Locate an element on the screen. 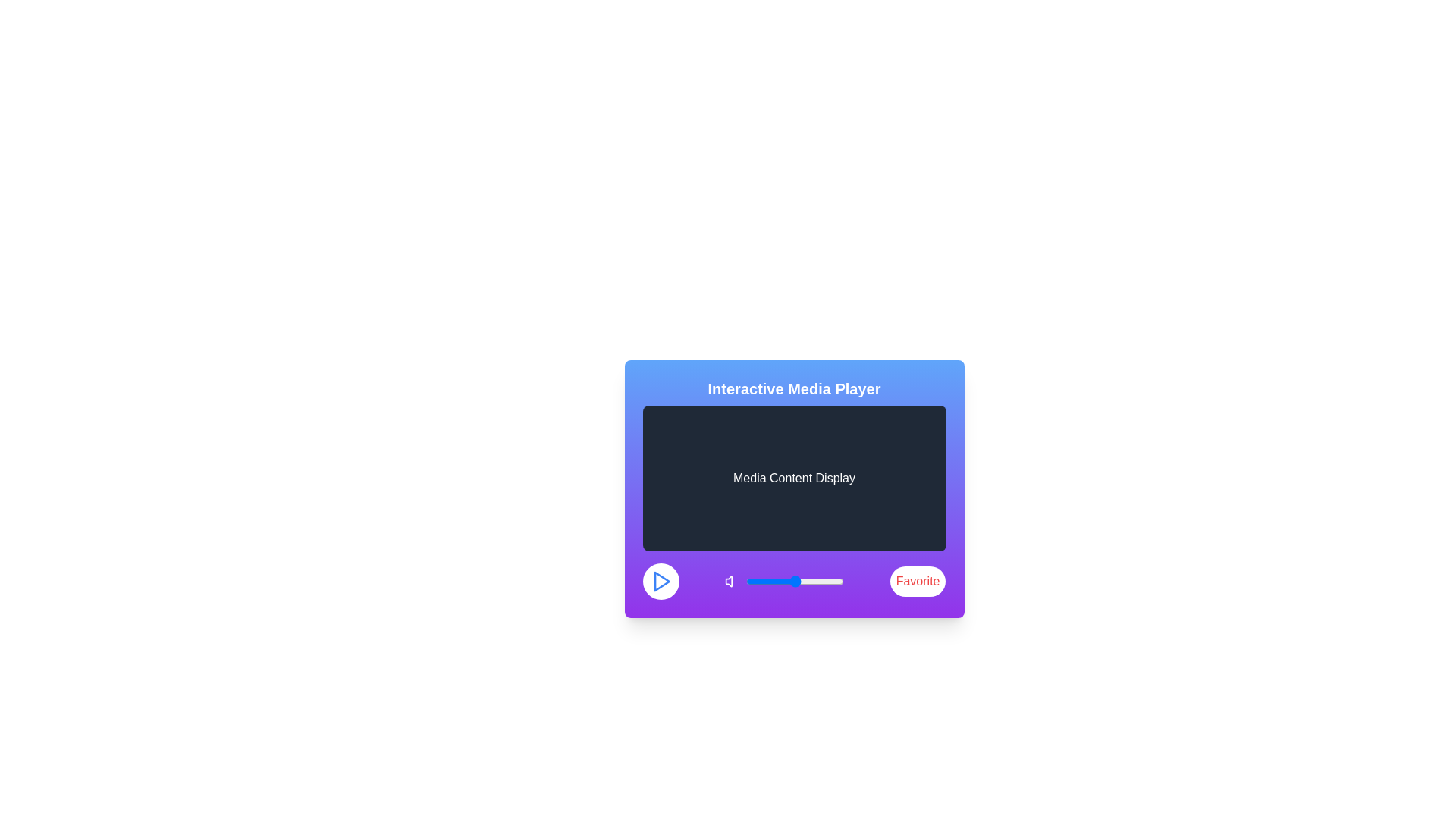 The height and width of the screenshot is (819, 1456). the slider is located at coordinates (785, 581).